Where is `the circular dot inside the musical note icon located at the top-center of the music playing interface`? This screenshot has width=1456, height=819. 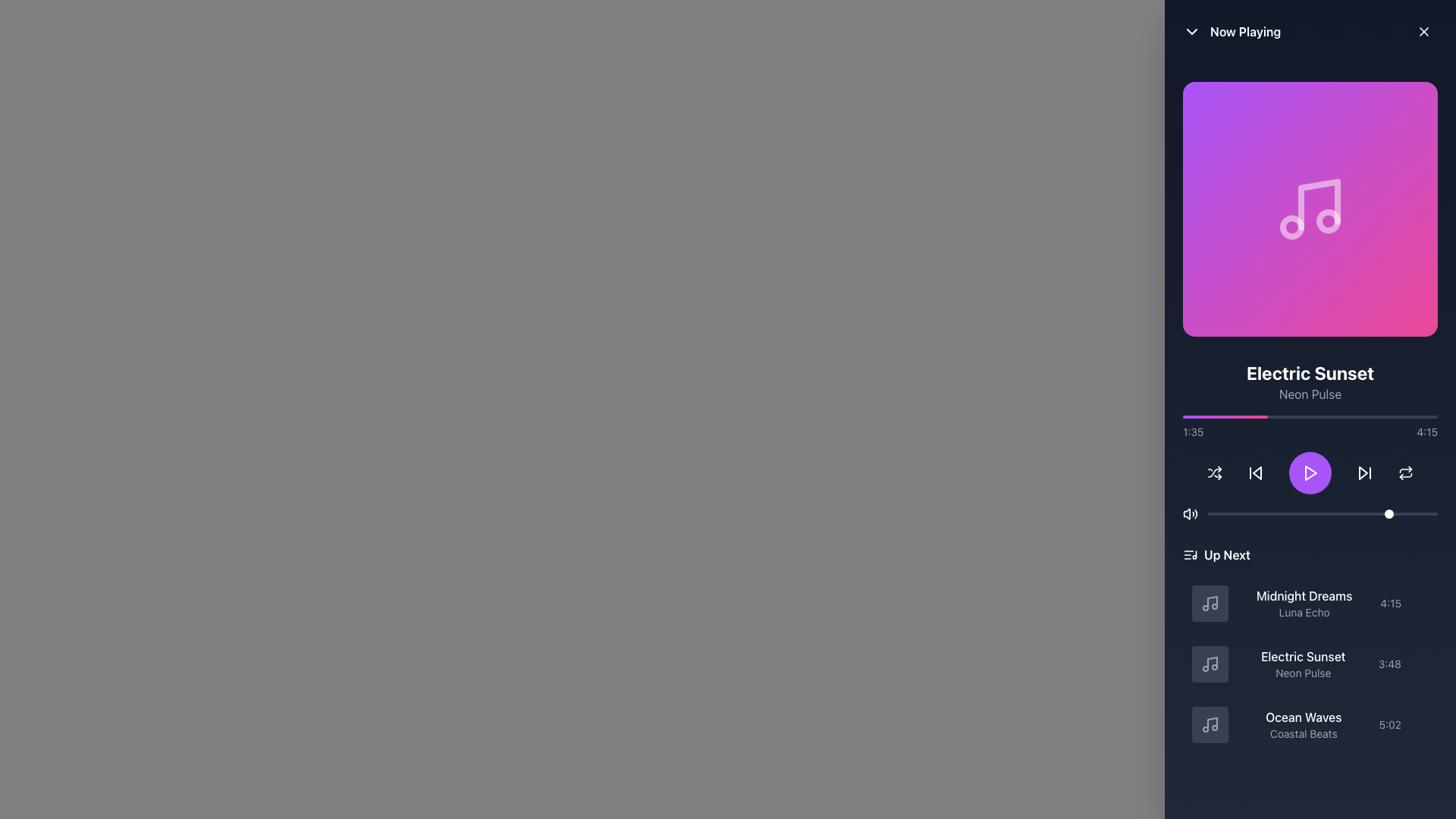 the circular dot inside the musical note icon located at the top-center of the music playing interface is located at coordinates (1328, 221).